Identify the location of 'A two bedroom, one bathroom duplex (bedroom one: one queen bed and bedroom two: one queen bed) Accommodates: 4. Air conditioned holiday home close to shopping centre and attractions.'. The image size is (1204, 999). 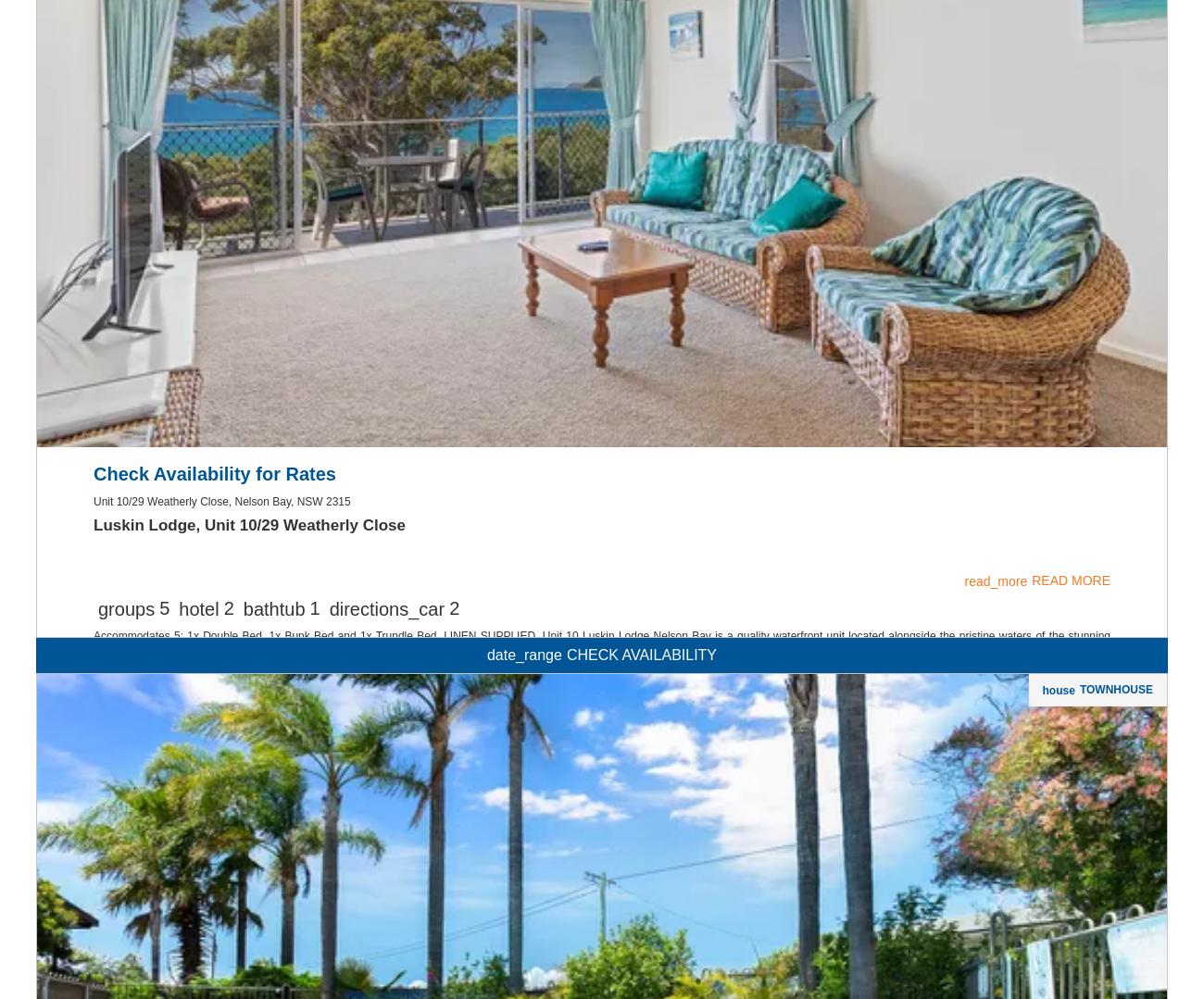
(570, 874).